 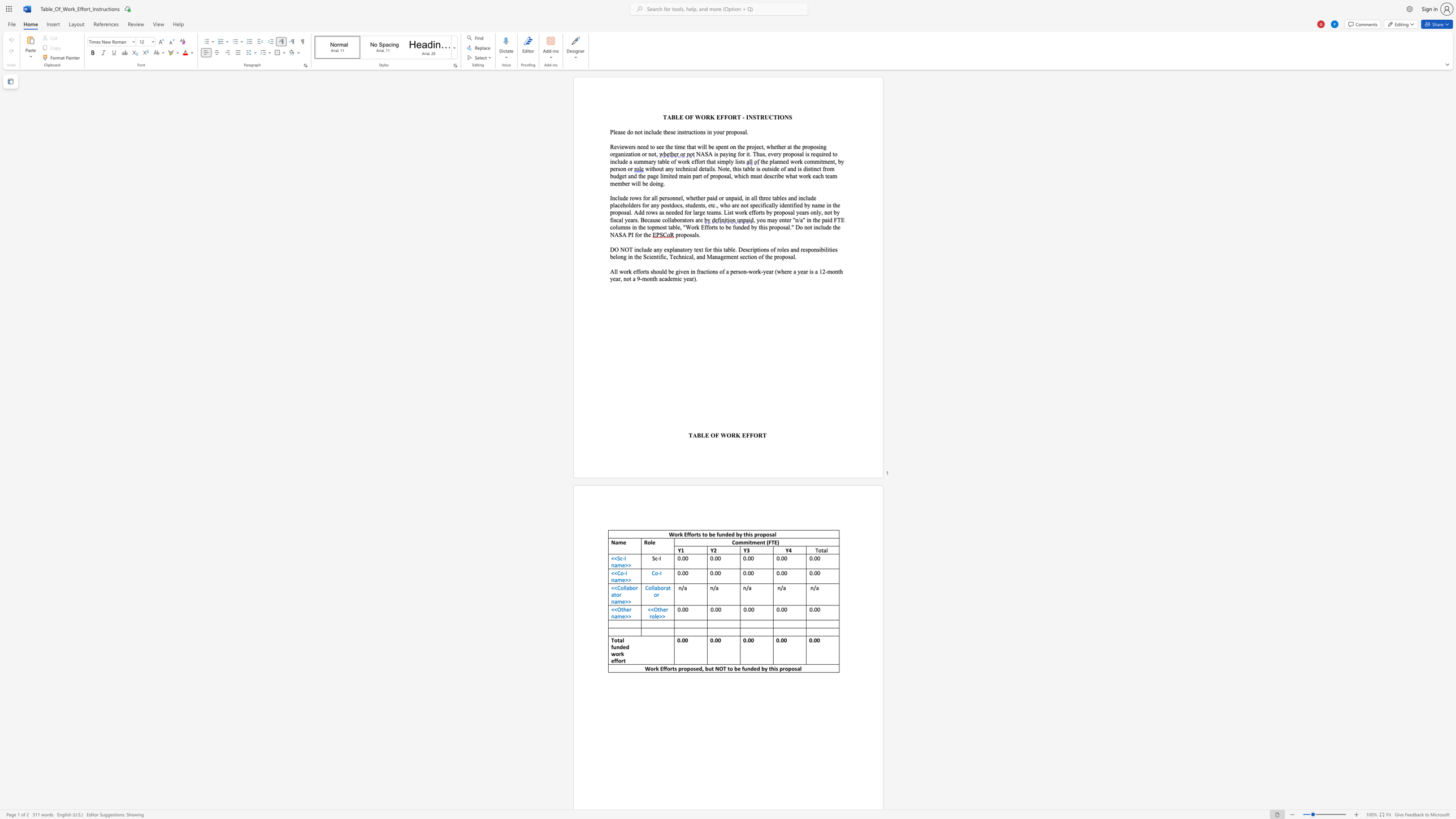 What do you see at coordinates (742, 249) in the screenshot?
I see `the space between the continuous character "D" and "e" in the text` at bounding box center [742, 249].